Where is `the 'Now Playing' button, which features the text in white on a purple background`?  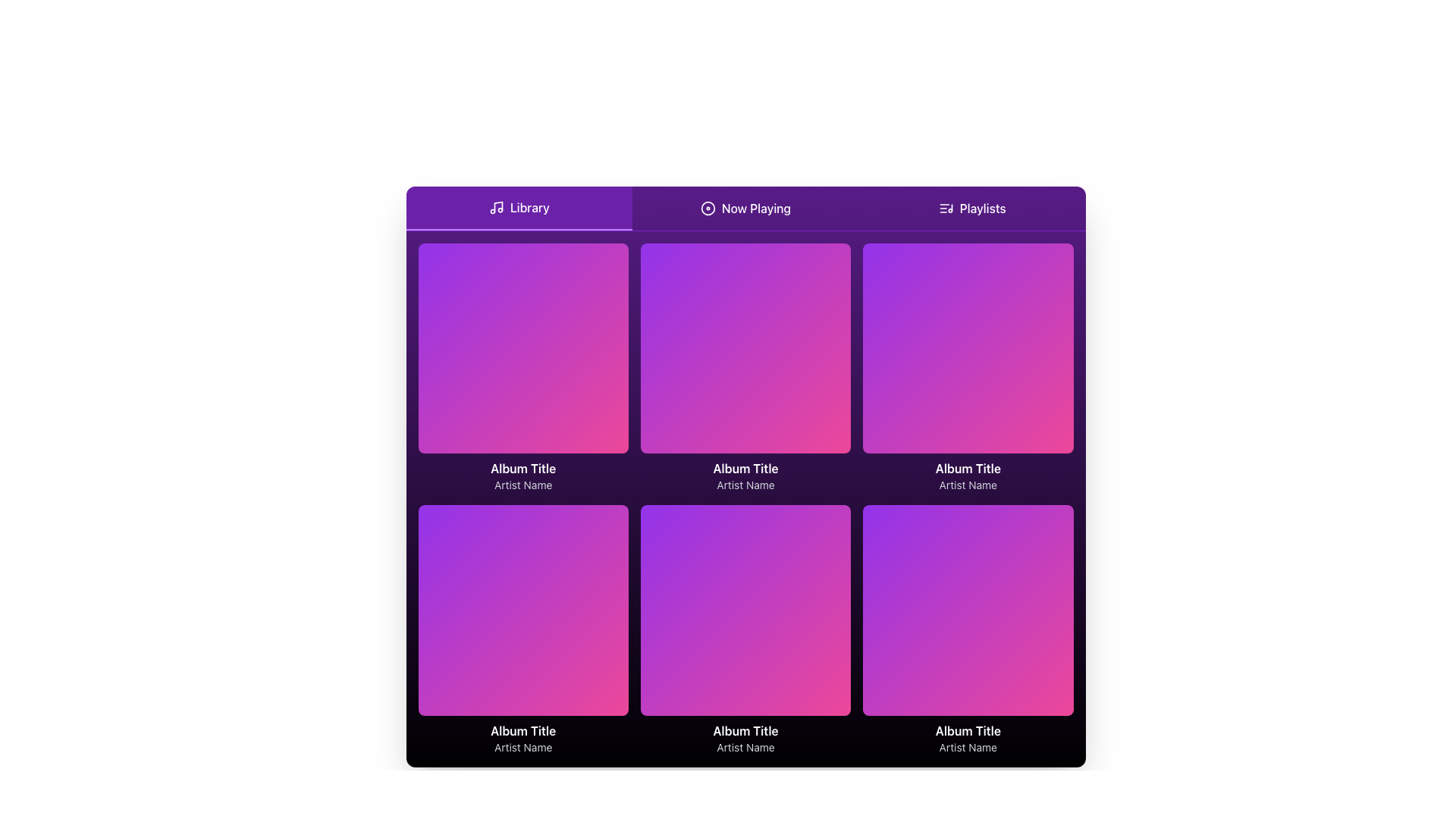
the 'Now Playing' button, which features the text in white on a purple background is located at coordinates (745, 208).